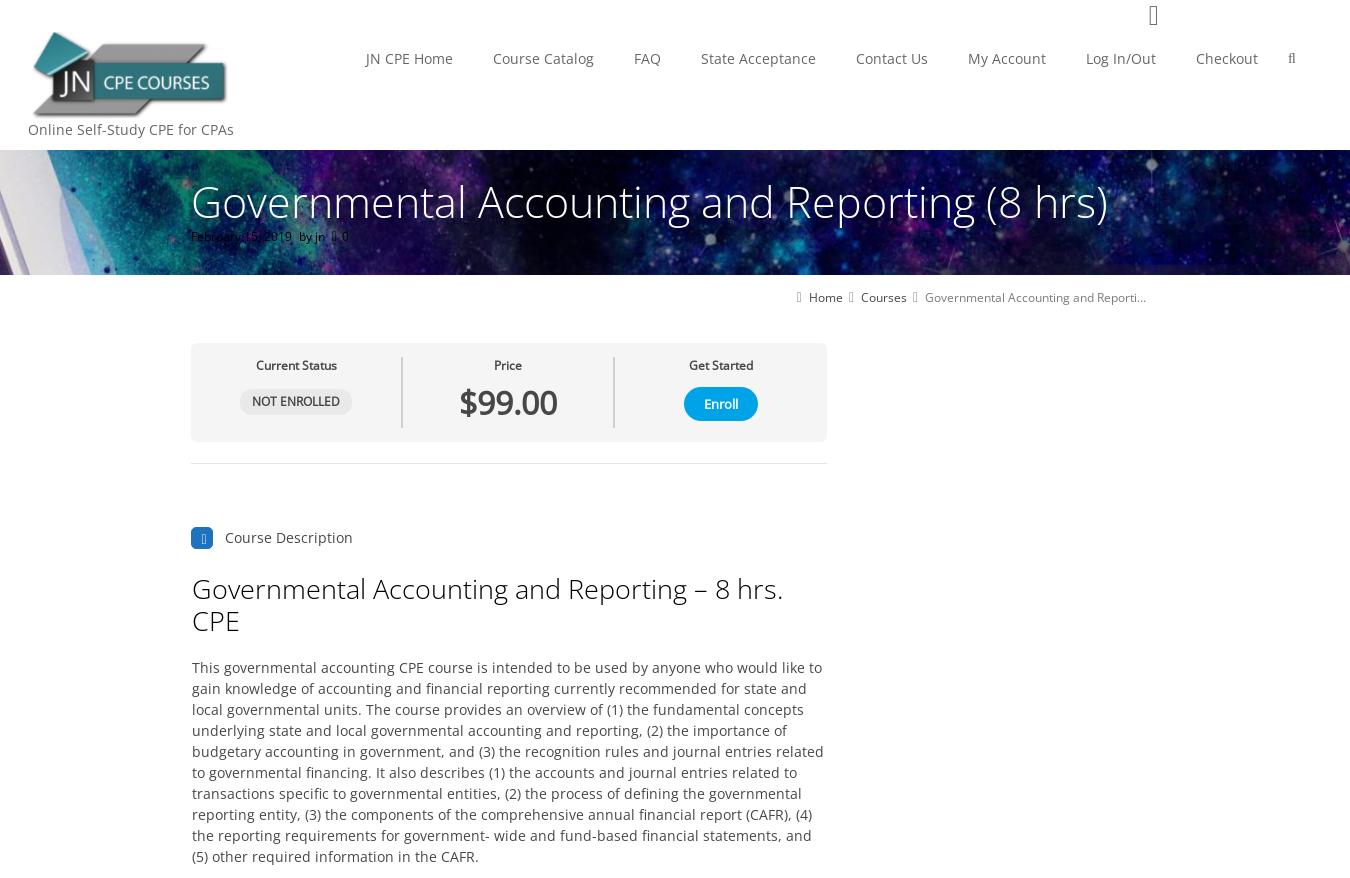 The height and width of the screenshot is (878, 1350). What do you see at coordinates (353, 373) in the screenshot?
I see `'Enroll in this course to get access'` at bounding box center [353, 373].